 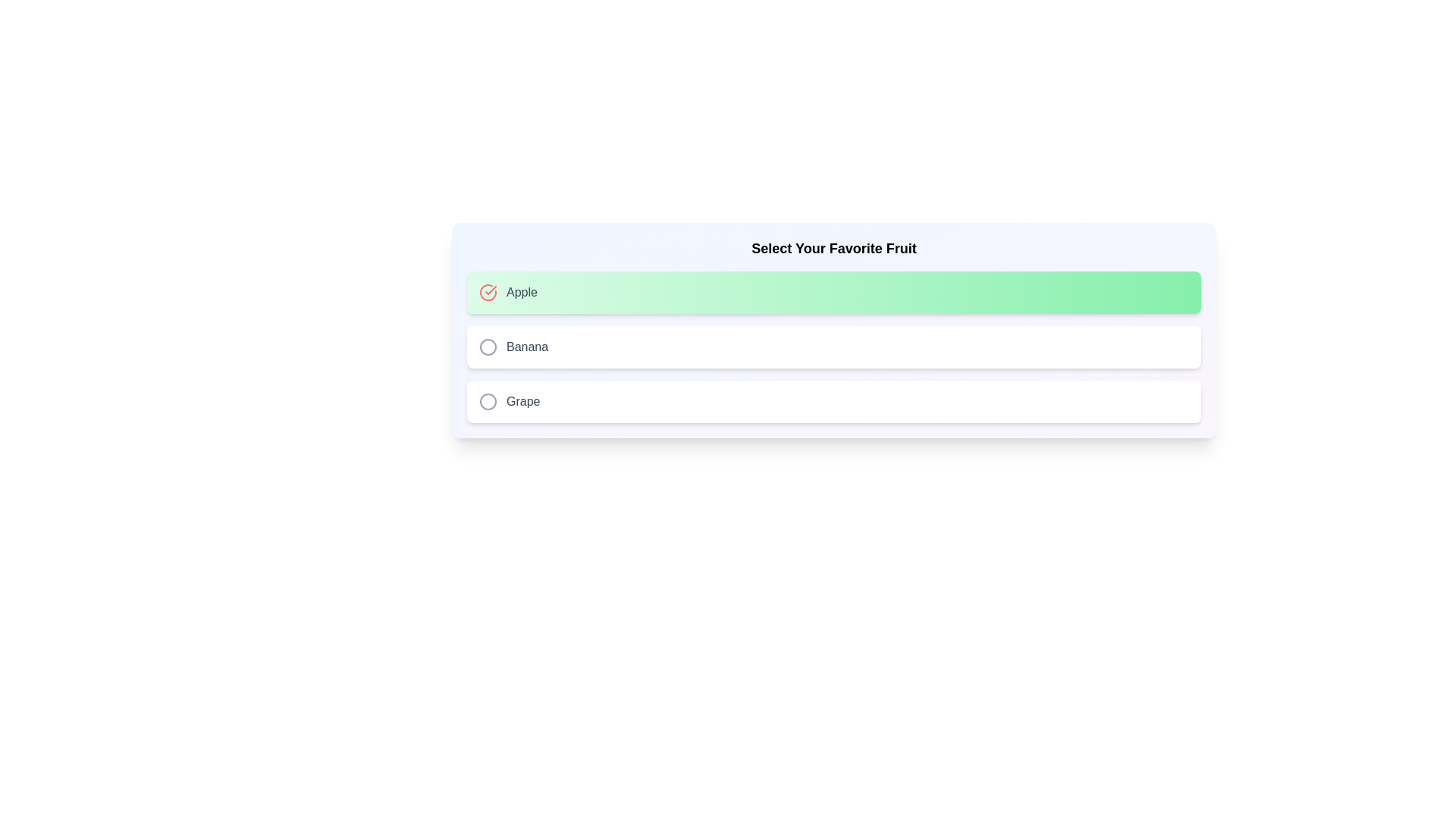 I want to click on the 'Grape' selectable option with a radio button for accessibility navigation, so click(x=833, y=400).